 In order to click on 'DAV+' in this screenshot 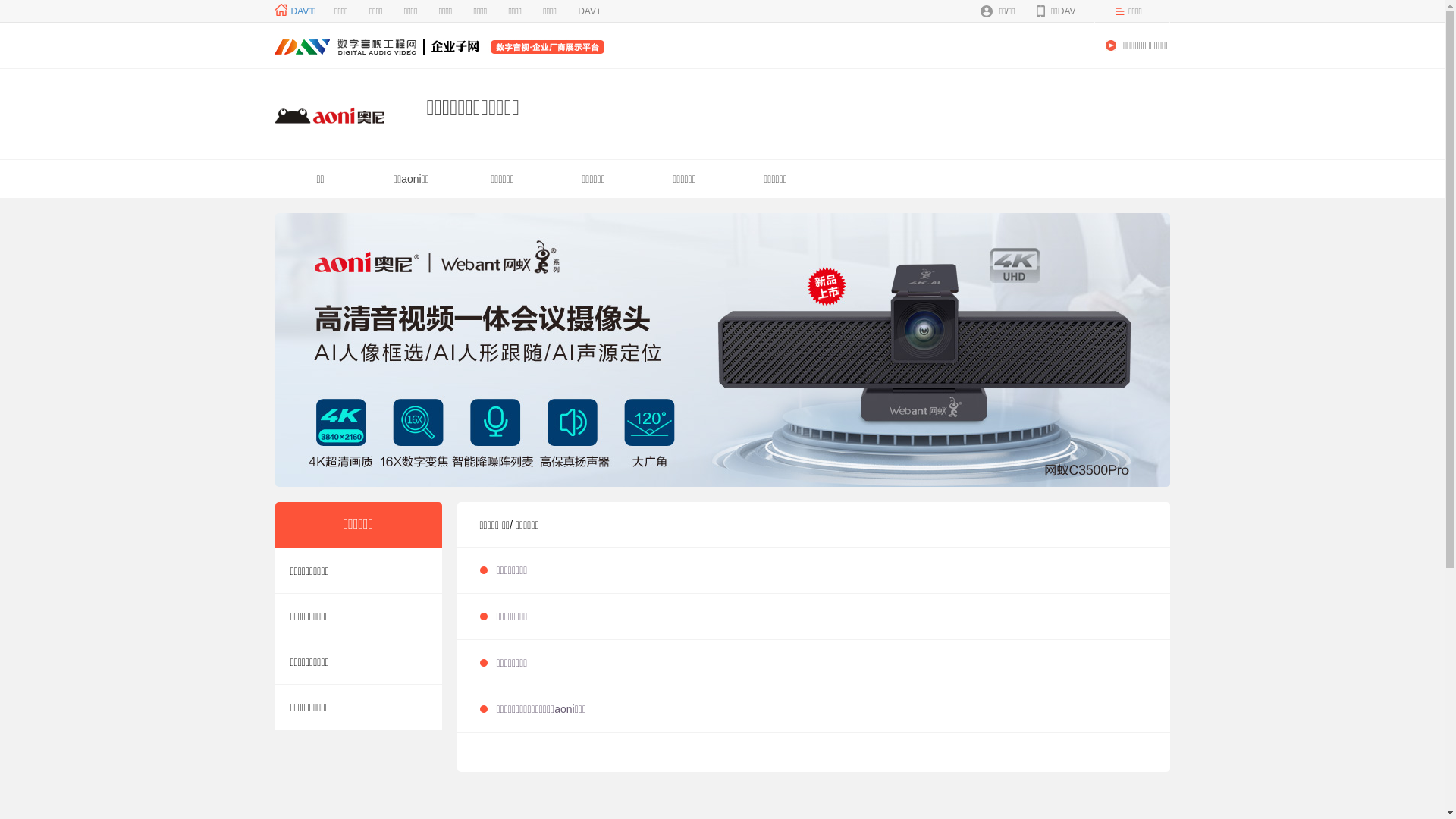, I will do `click(577, 11)`.